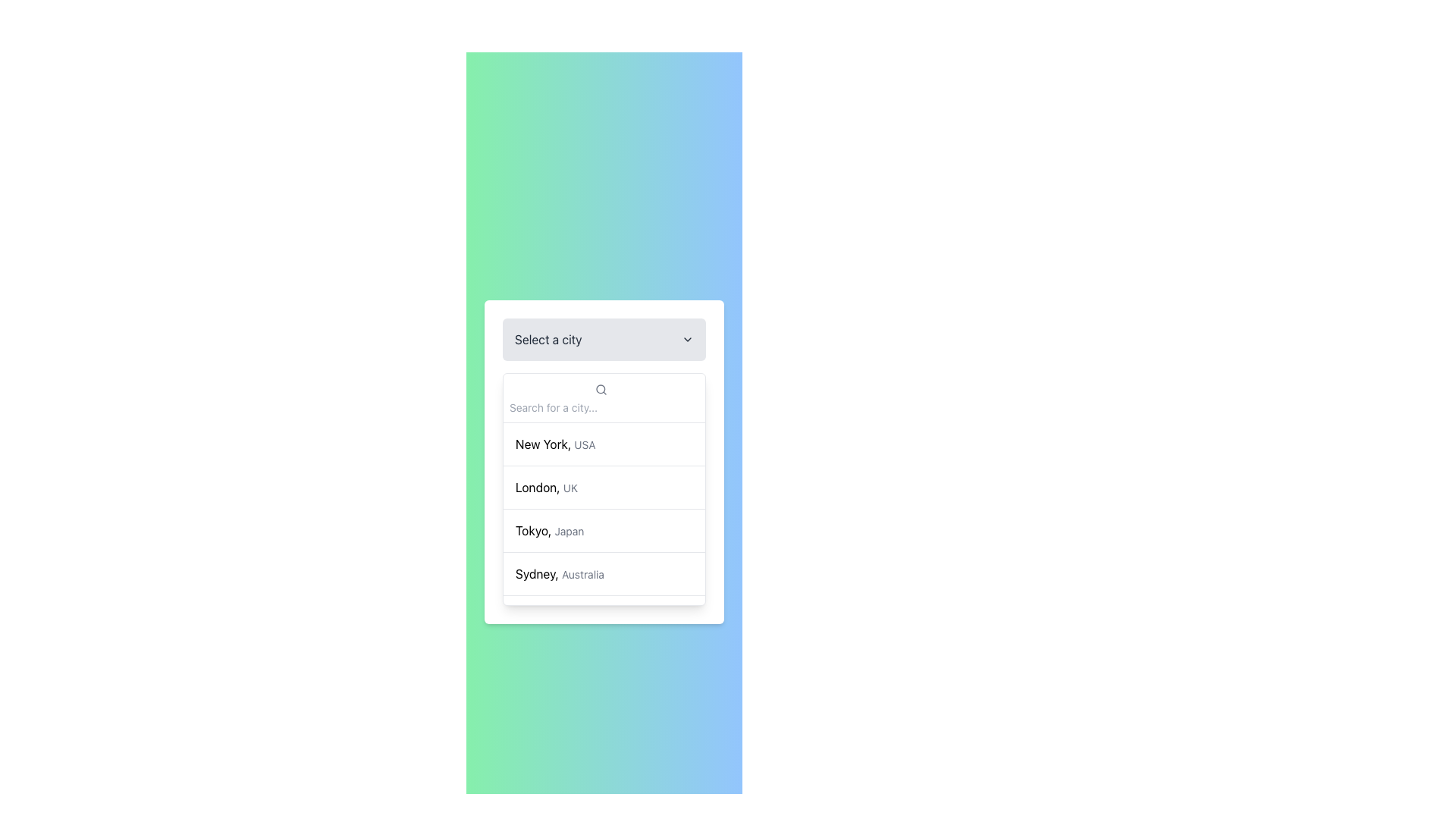 The width and height of the screenshot is (1456, 819). Describe the element at coordinates (603, 338) in the screenshot. I see `the dropdown selector labeled 'Select a city' with a gray background` at that location.